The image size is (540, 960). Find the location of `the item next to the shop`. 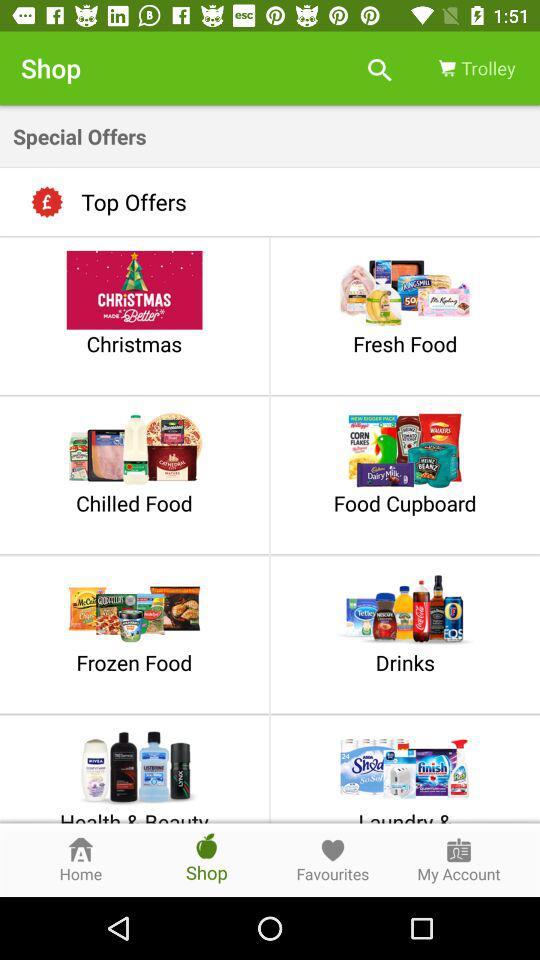

the item next to the shop is located at coordinates (379, 68).